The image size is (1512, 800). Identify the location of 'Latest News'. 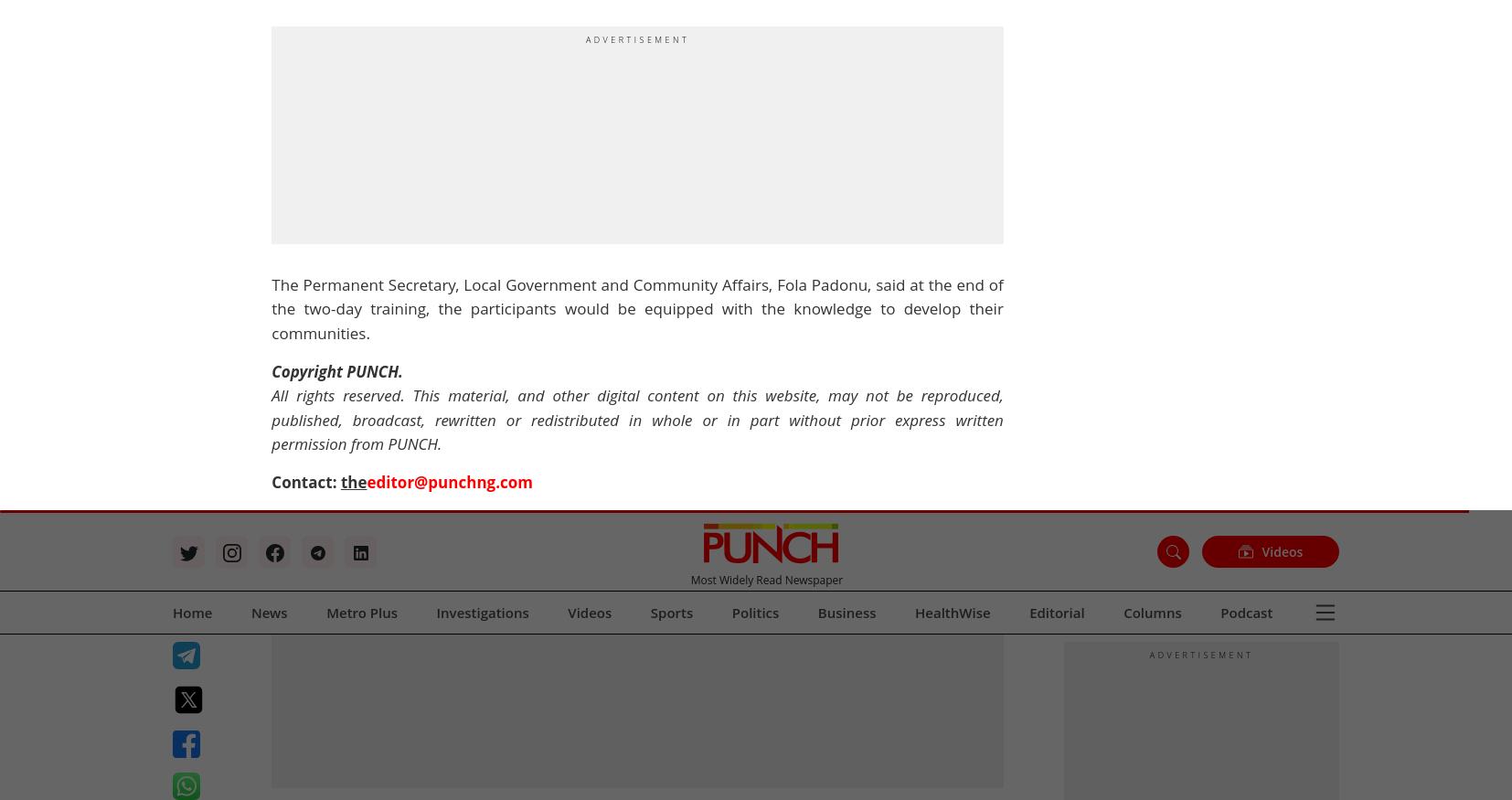
(213, 33).